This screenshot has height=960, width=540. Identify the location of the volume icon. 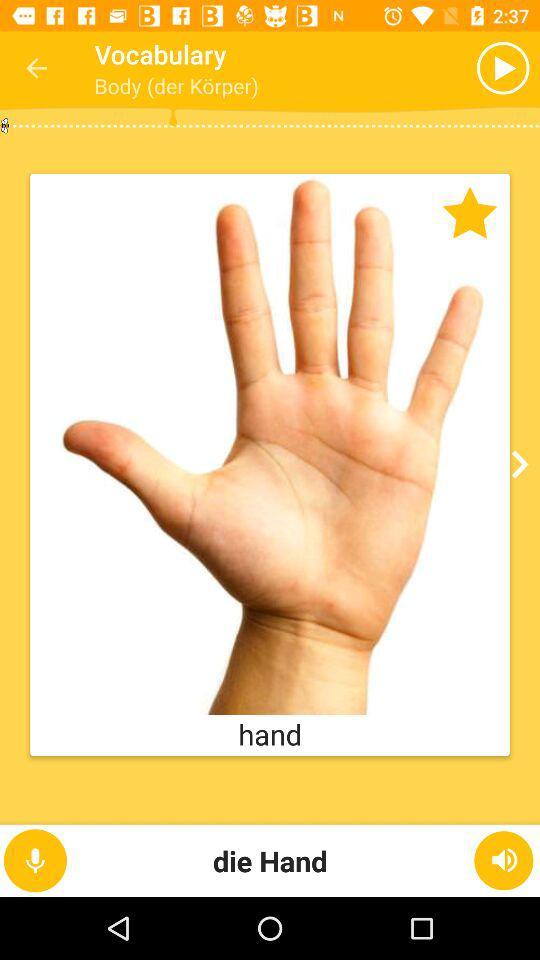
(503, 859).